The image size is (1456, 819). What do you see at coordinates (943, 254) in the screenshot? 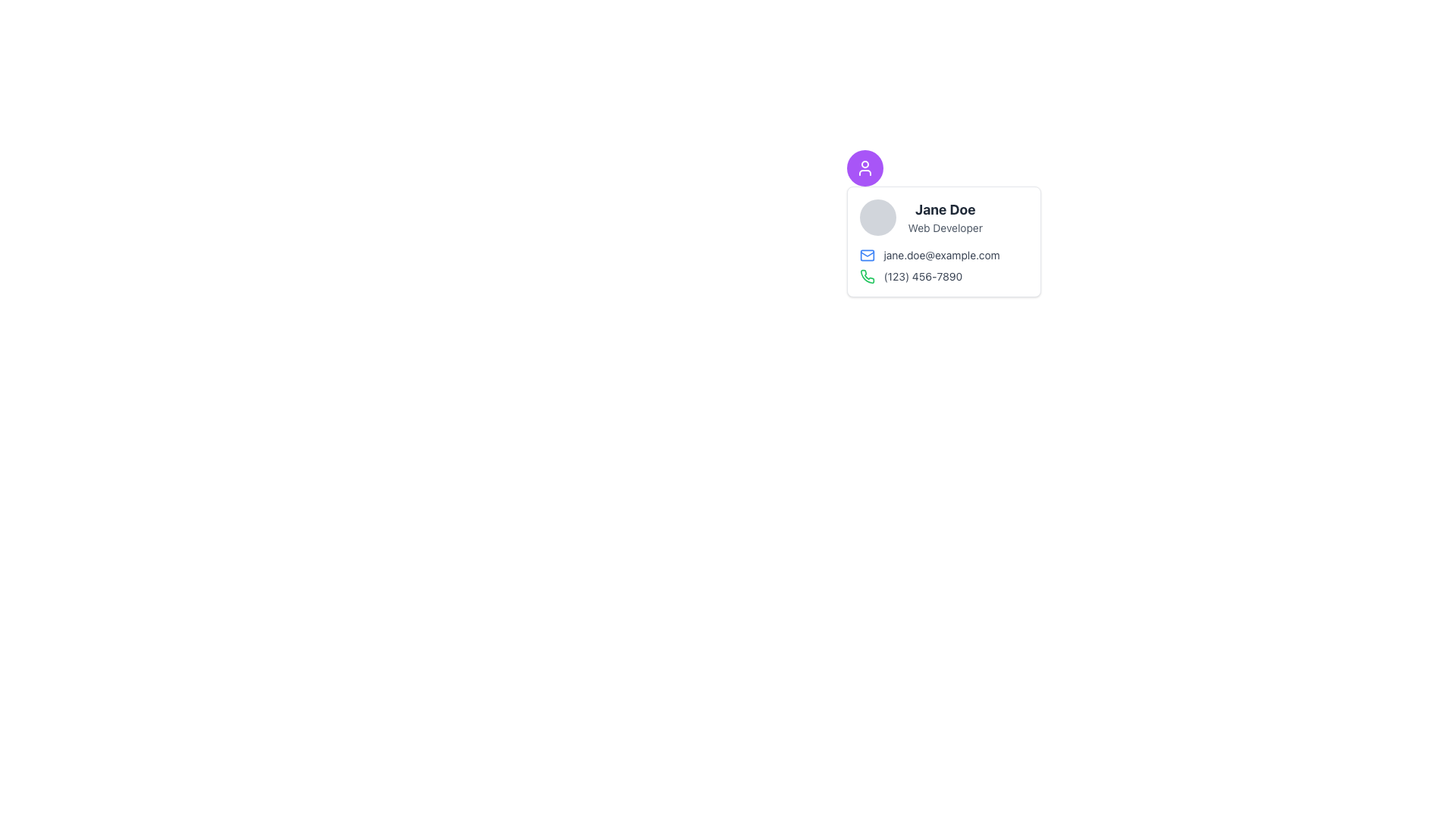
I see `the Contact Information Display element to copy the email information located below the name and job title within the card` at bounding box center [943, 254].